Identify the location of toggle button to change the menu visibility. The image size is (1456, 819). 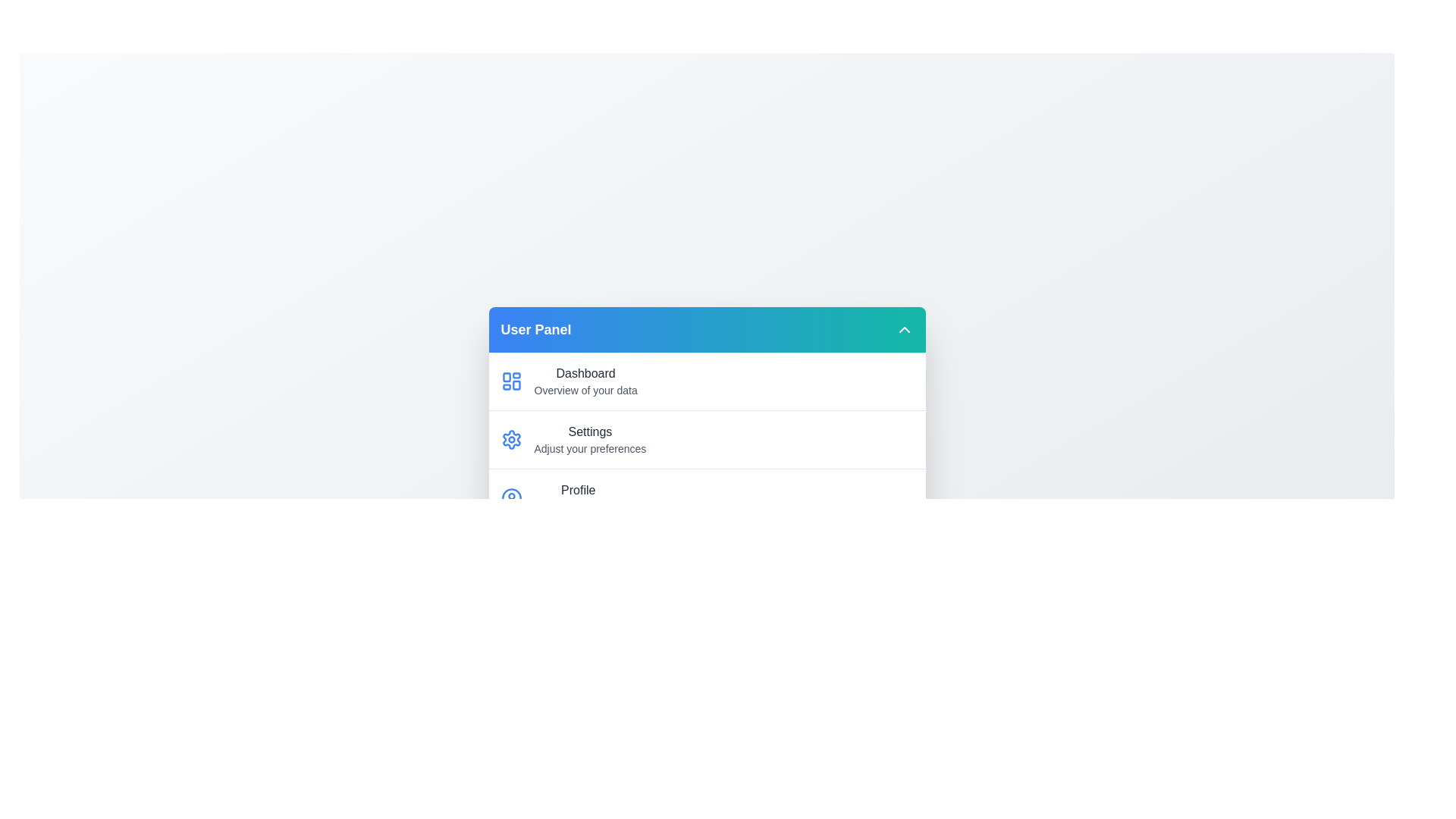
(904, 328).